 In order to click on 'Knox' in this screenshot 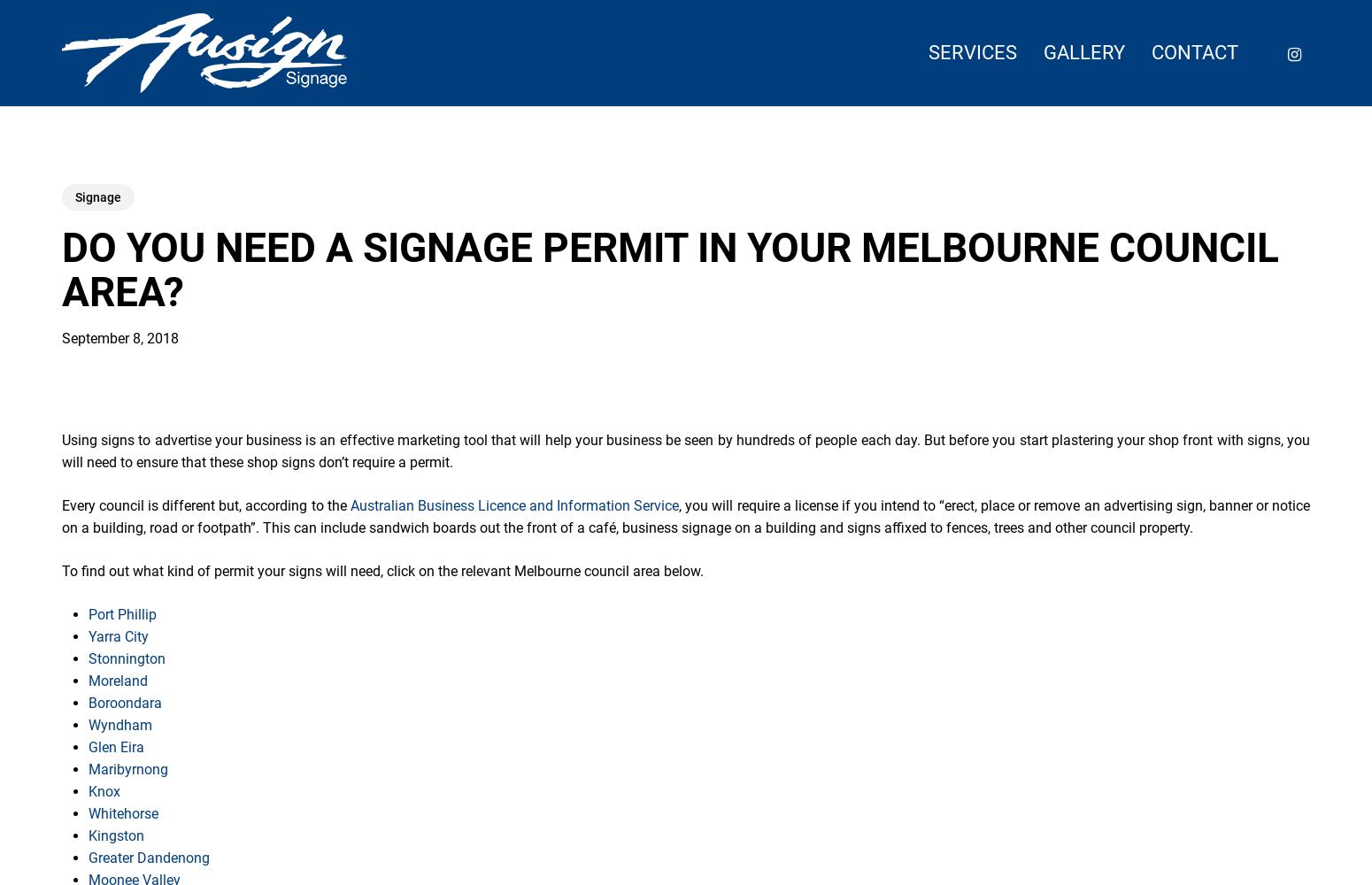, I will do `click(104, 791)`.